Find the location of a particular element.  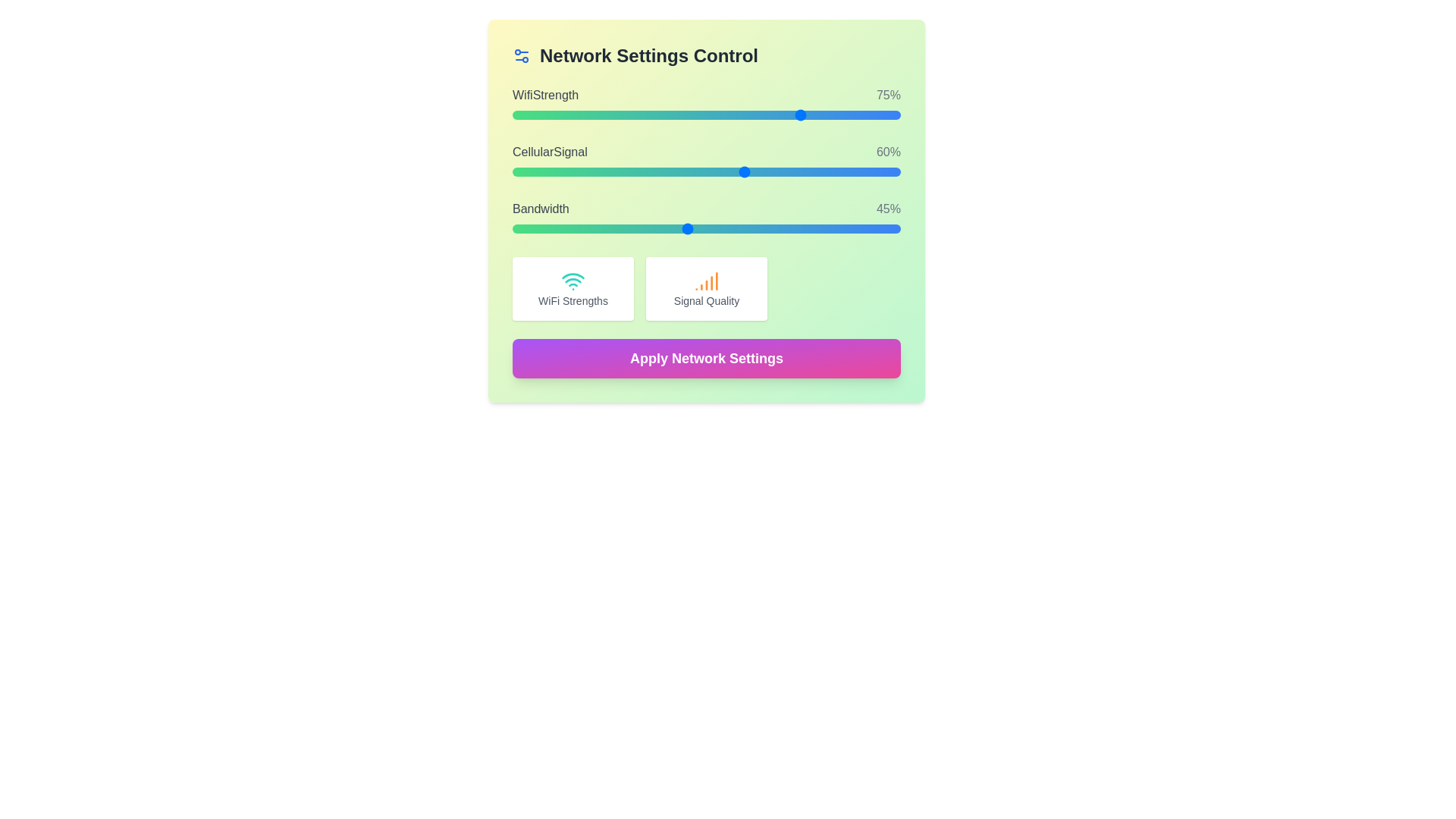

the WiFi strength is located at coordinates (535, 114).